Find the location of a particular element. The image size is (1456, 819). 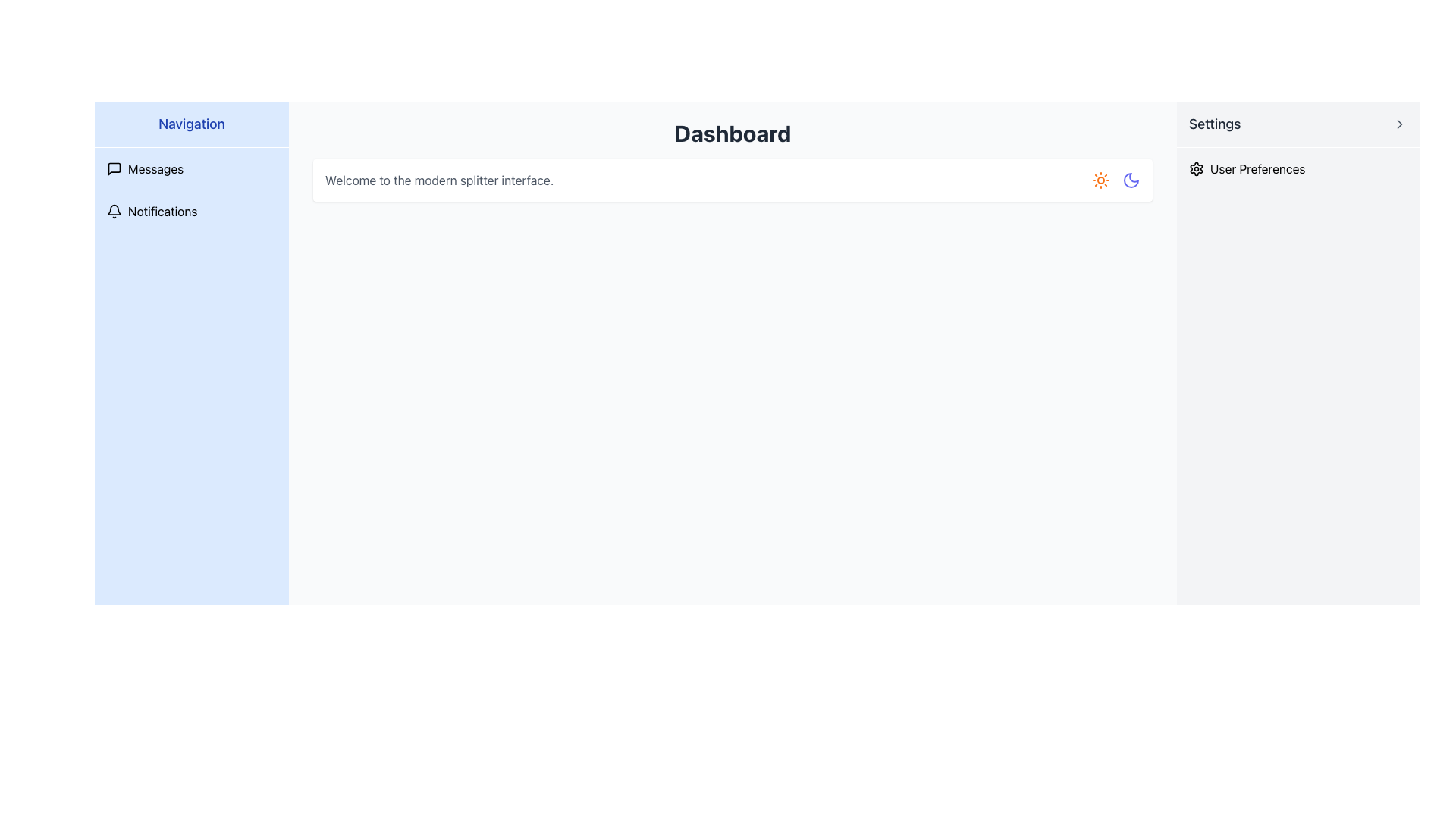

the indigo moon icon located in the settings bar at the top-right corner of the dashboard is located at coordinates (1131, 180).